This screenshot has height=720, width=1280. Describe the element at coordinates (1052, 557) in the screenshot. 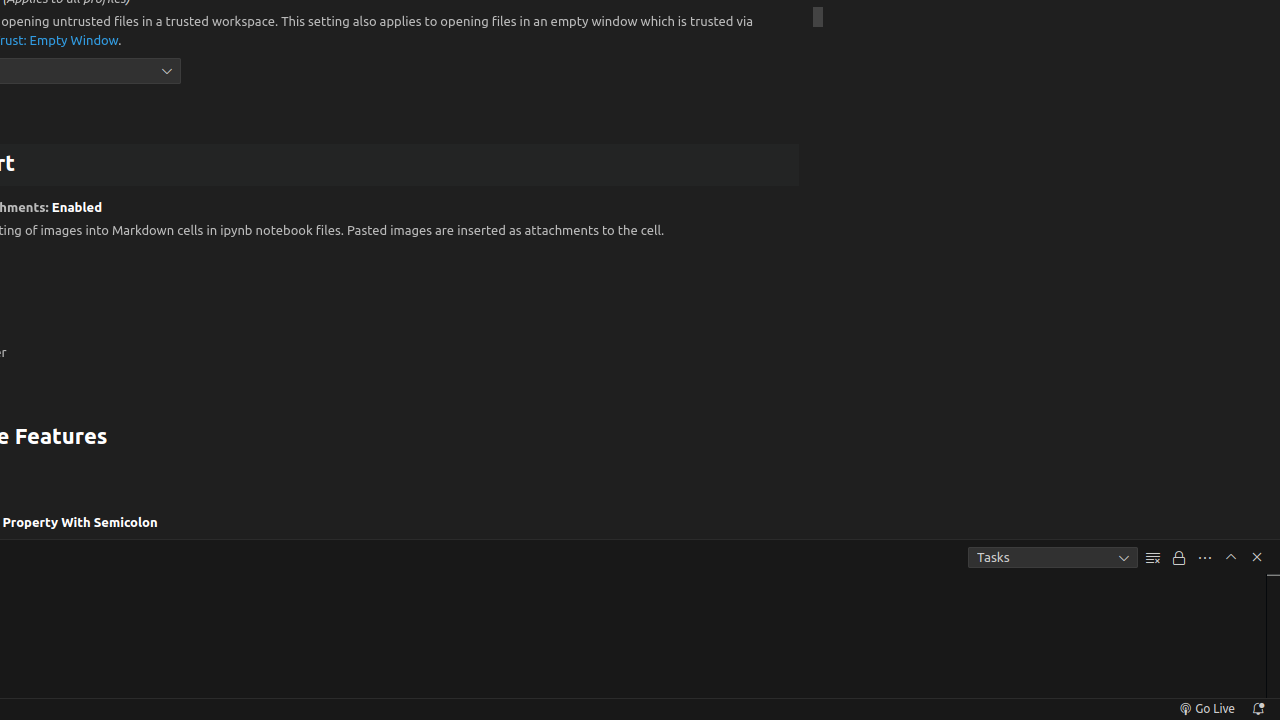

I see `'Tasks'` at that location.